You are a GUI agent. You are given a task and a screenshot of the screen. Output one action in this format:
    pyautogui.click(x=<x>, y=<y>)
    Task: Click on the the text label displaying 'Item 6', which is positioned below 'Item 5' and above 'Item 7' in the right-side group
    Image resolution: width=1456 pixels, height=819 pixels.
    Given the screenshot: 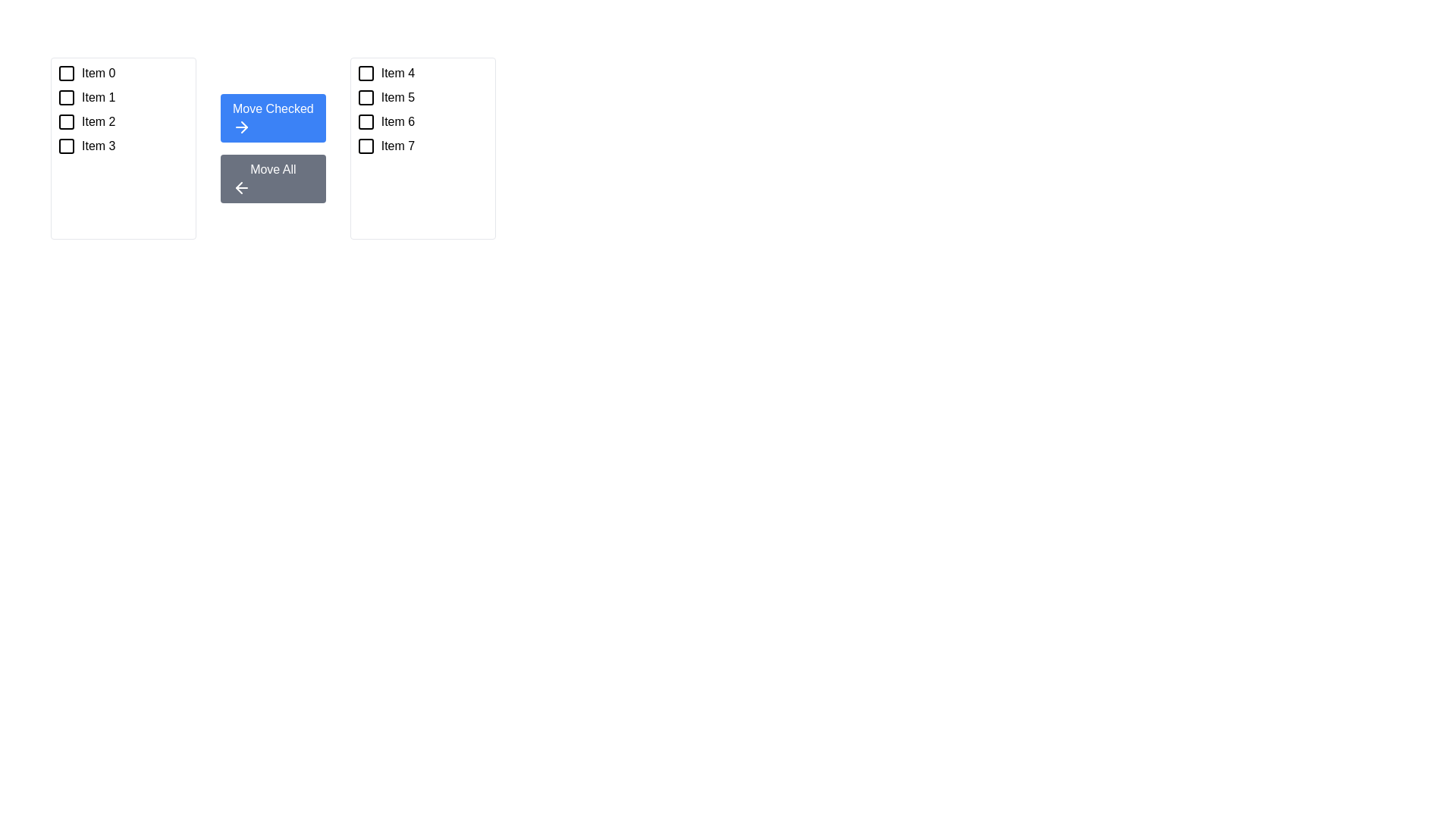 What is the action you would take?
    pyautogui.click(x=397, y=121)
    